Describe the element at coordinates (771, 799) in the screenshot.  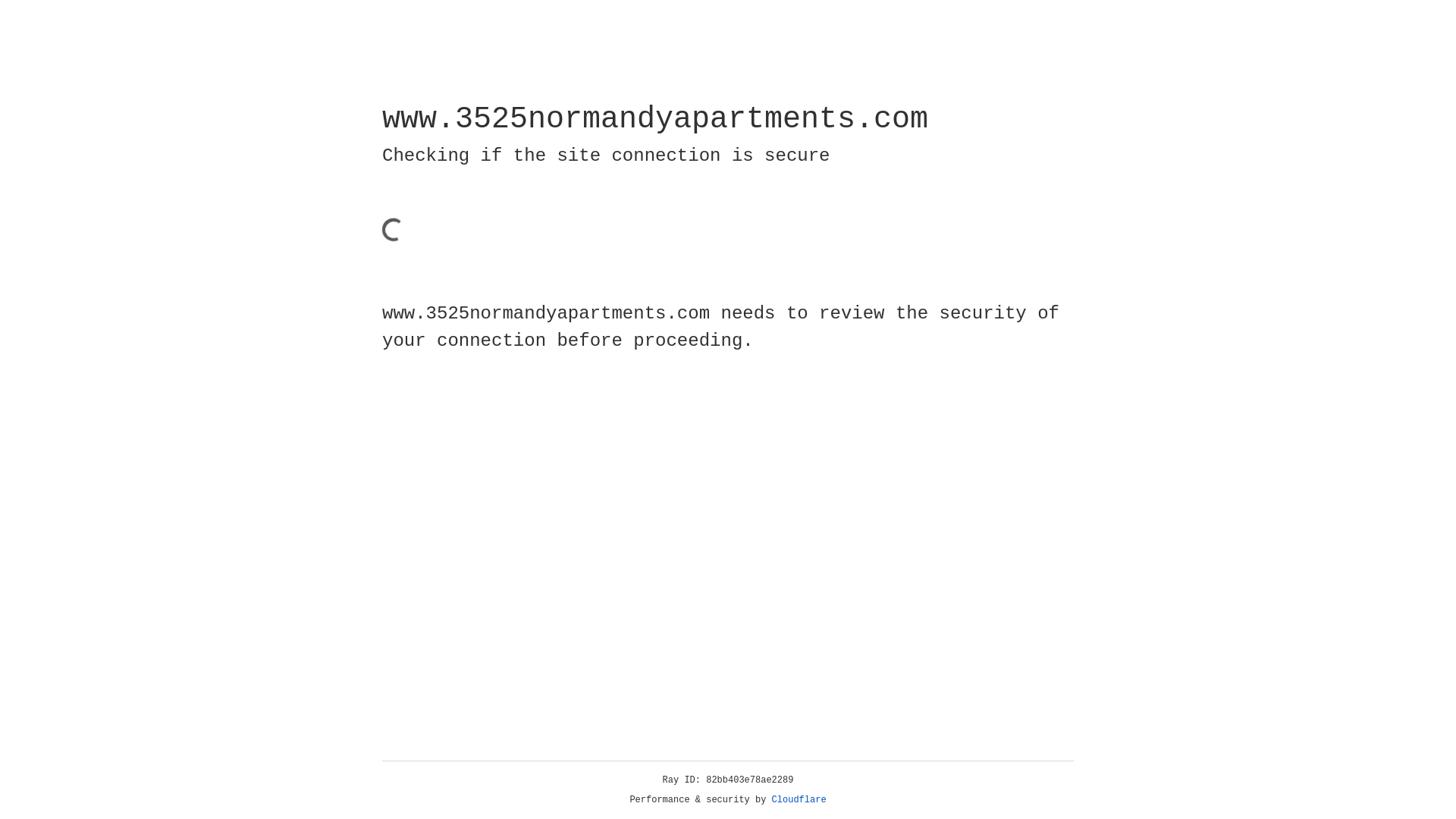
I see `'Cloudflare'` at that location.